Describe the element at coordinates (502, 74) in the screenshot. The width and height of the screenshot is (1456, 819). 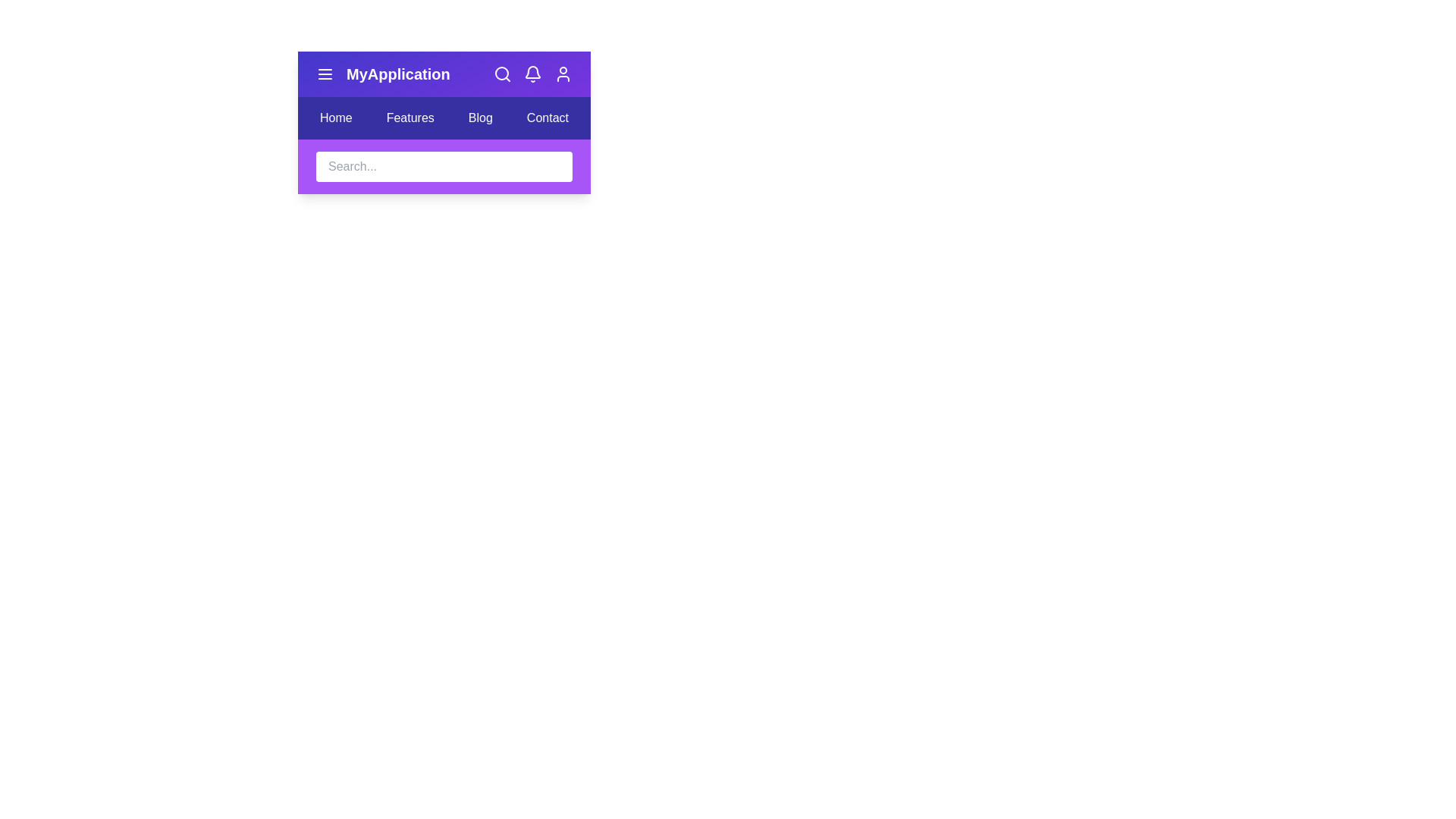
I see `the search icon button to toggle the search bar visibility` at that location.